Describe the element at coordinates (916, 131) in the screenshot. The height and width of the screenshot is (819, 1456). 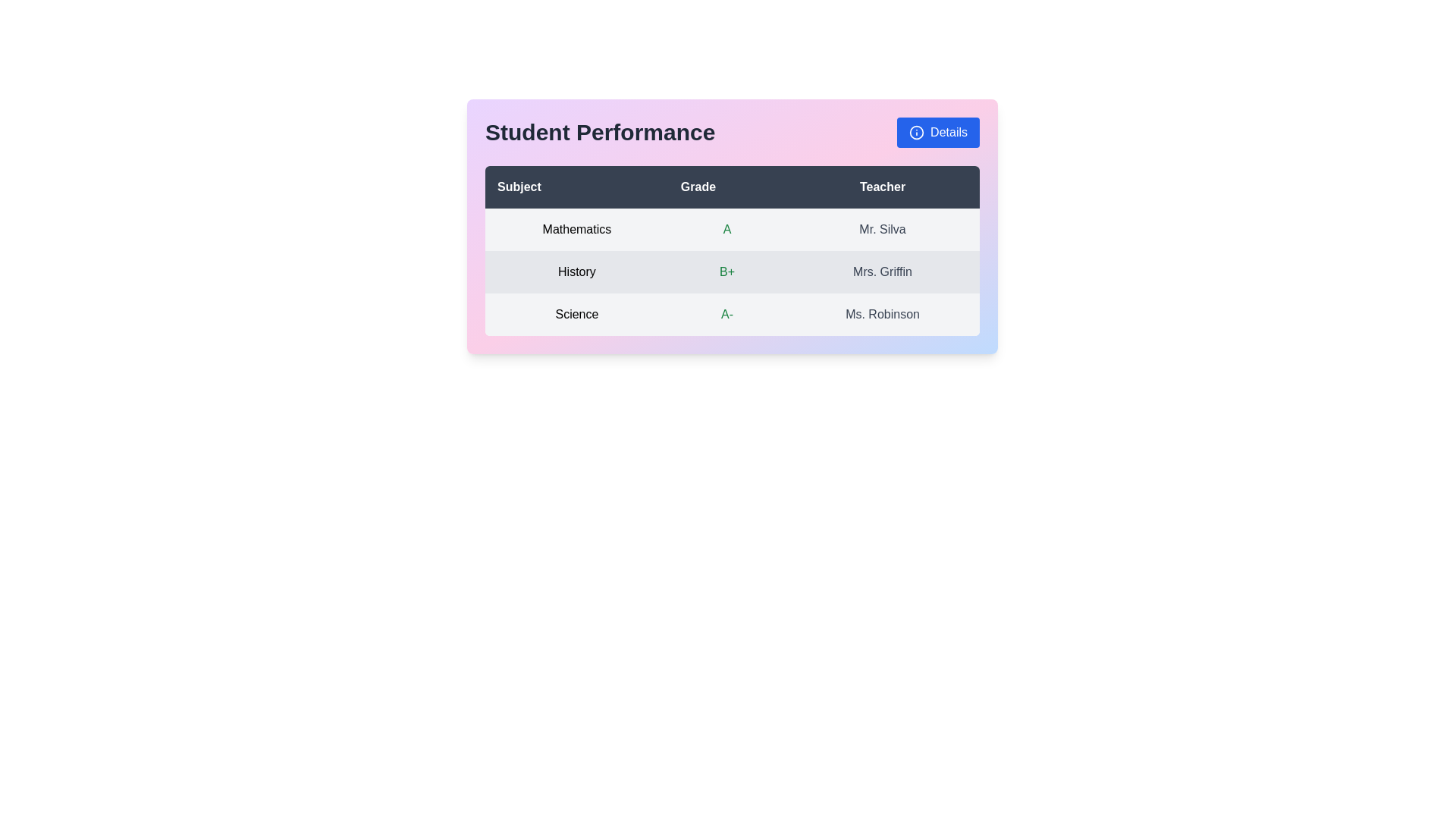
I see `the decorative circle component of the icon located at the top-right of the 'Details' button` at that location.